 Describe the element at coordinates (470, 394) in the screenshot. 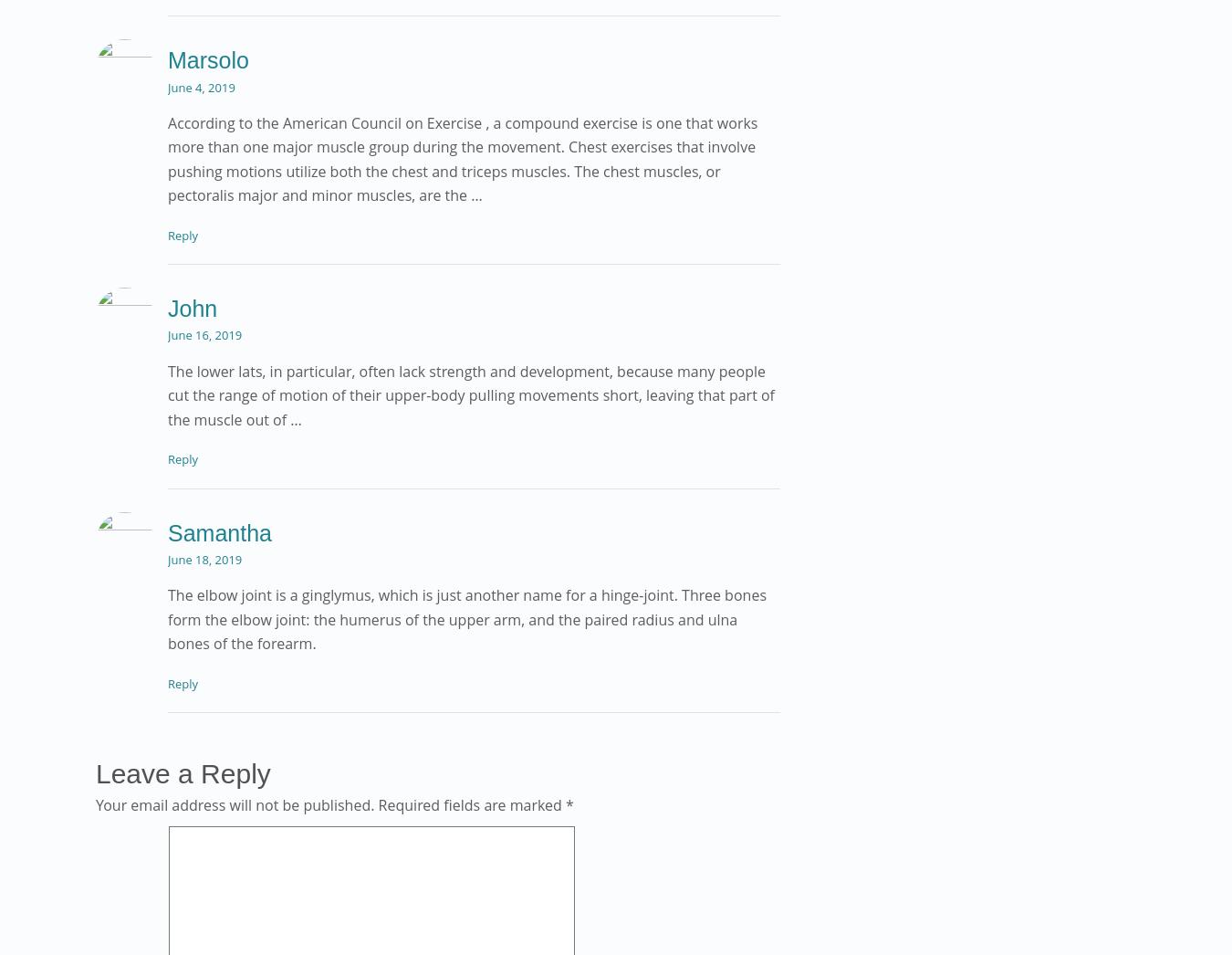

I see `'The lower lats, in particular, often lack strength and development, because many people cut the range of motion of their upper-body pulling movements short, leaving that part of the muscle out of …'` at that location.